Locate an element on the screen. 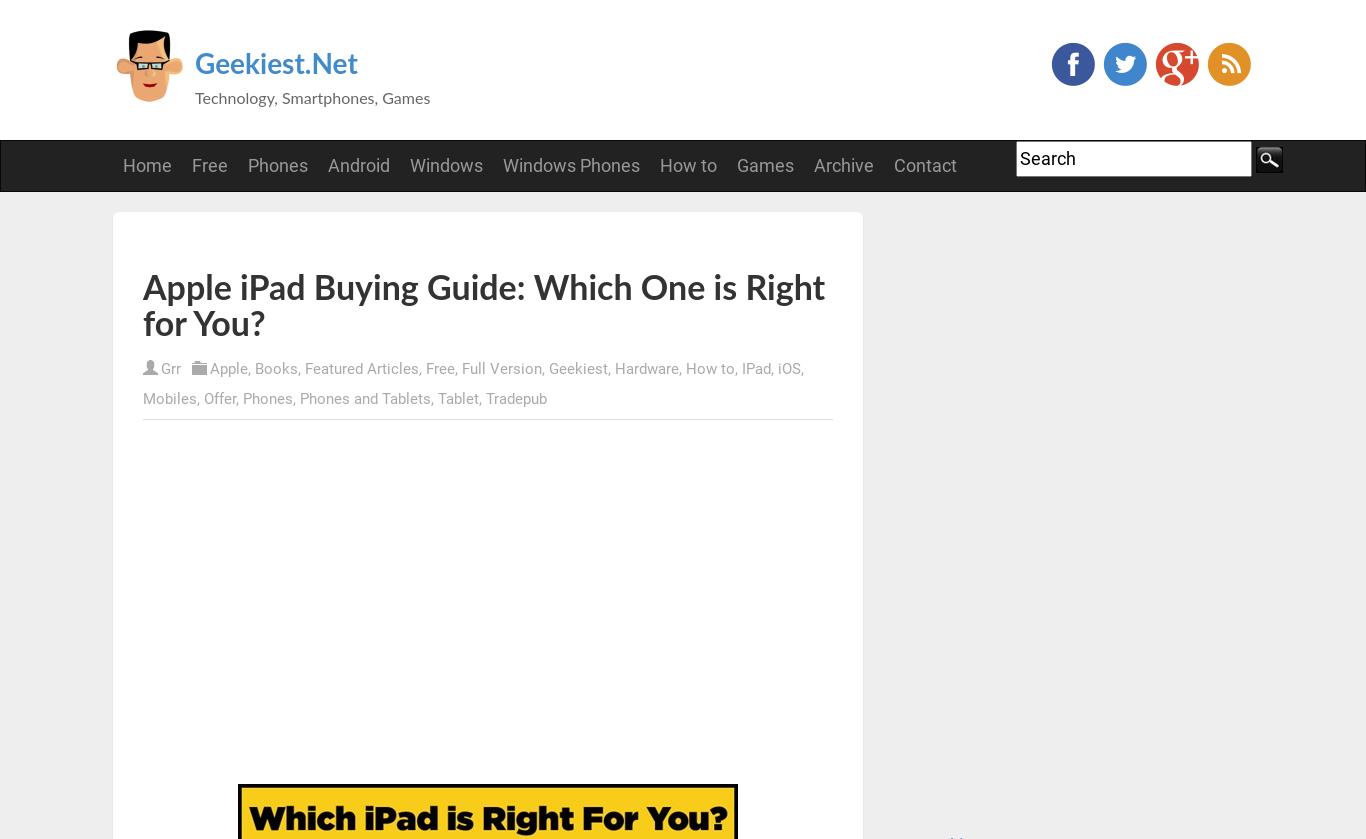 This screenshot has width=1366, height=839. 'Tablet' is located at coordinates (458, 399).